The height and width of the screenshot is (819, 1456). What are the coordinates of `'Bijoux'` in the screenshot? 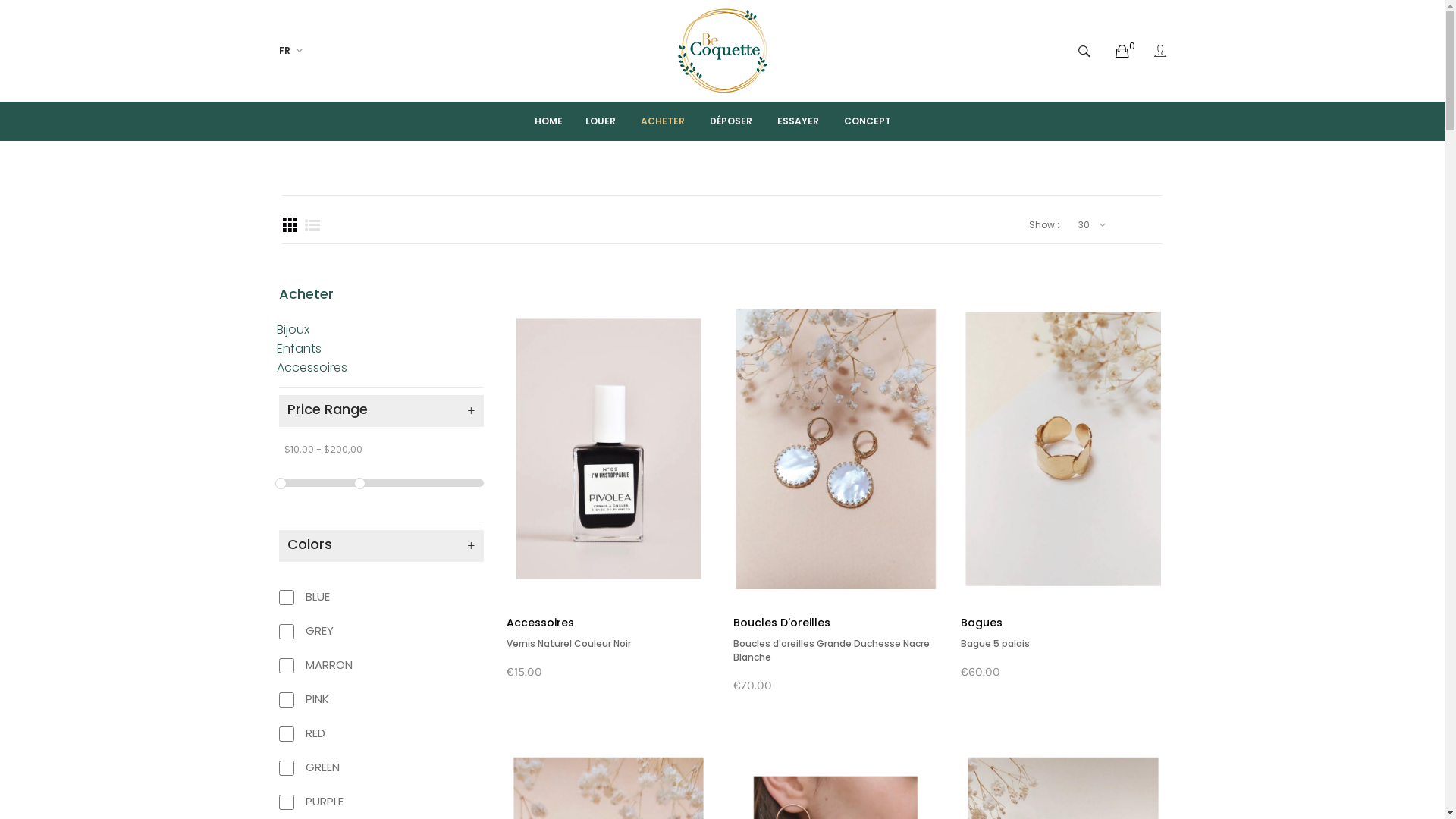 It's located at (292, 328).